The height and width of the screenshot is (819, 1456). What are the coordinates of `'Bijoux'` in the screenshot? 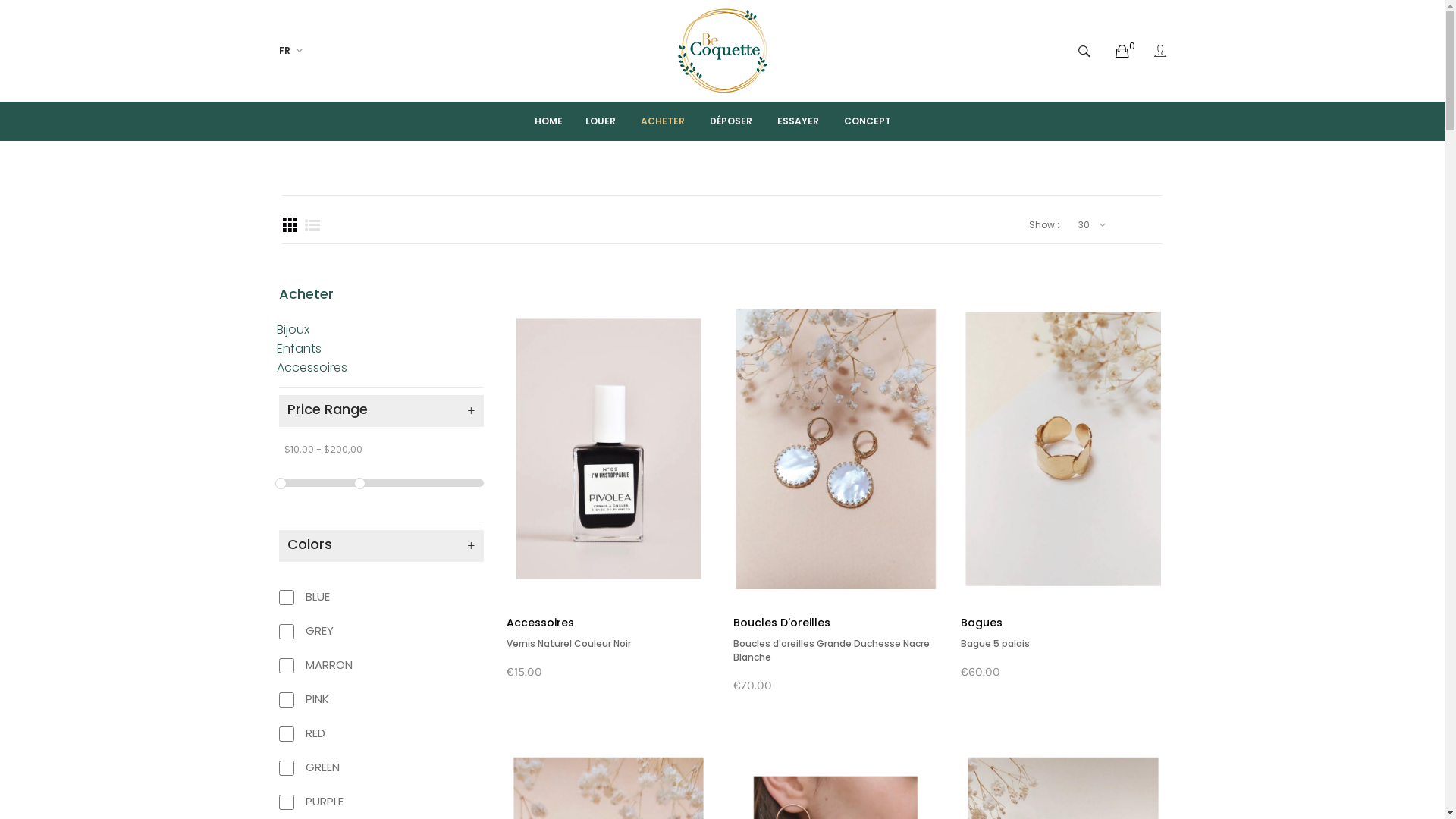 It's located at (292, 328).